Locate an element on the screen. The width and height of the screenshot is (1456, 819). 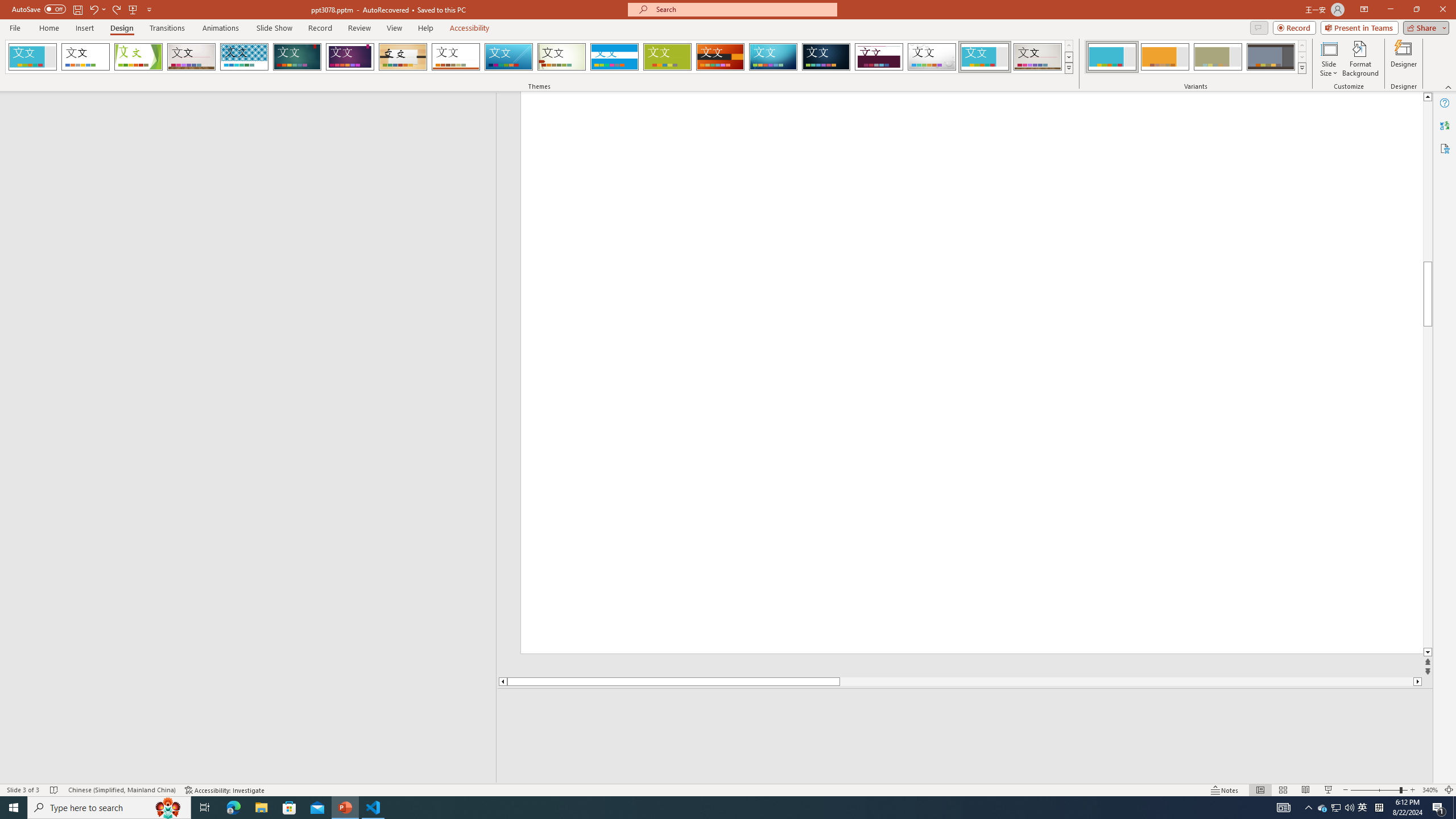
'Retrospect' is located at coordinates (455, 56).